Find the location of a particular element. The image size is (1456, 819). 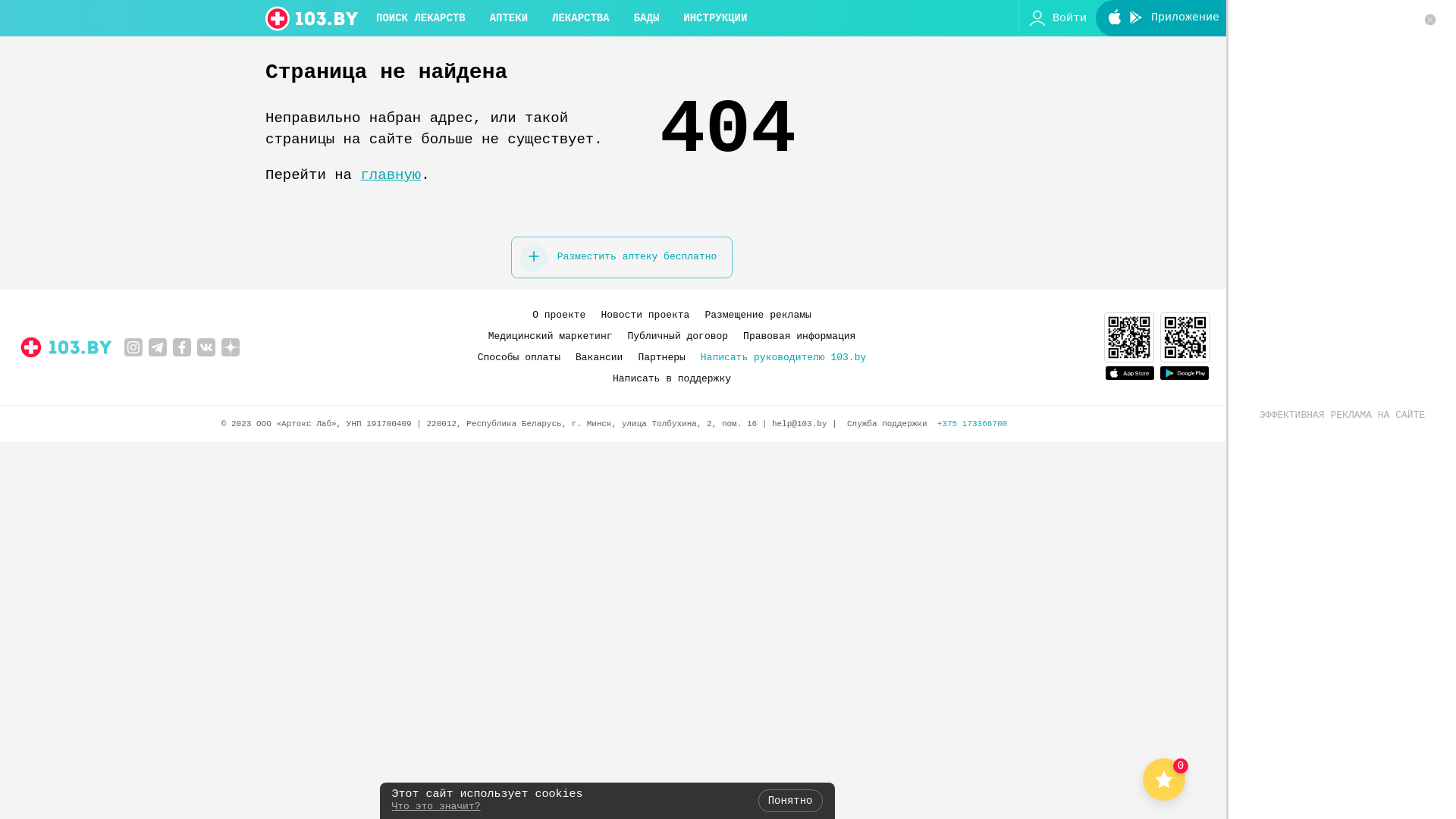

'+375 173366700' is located at coordinates (971, 424).